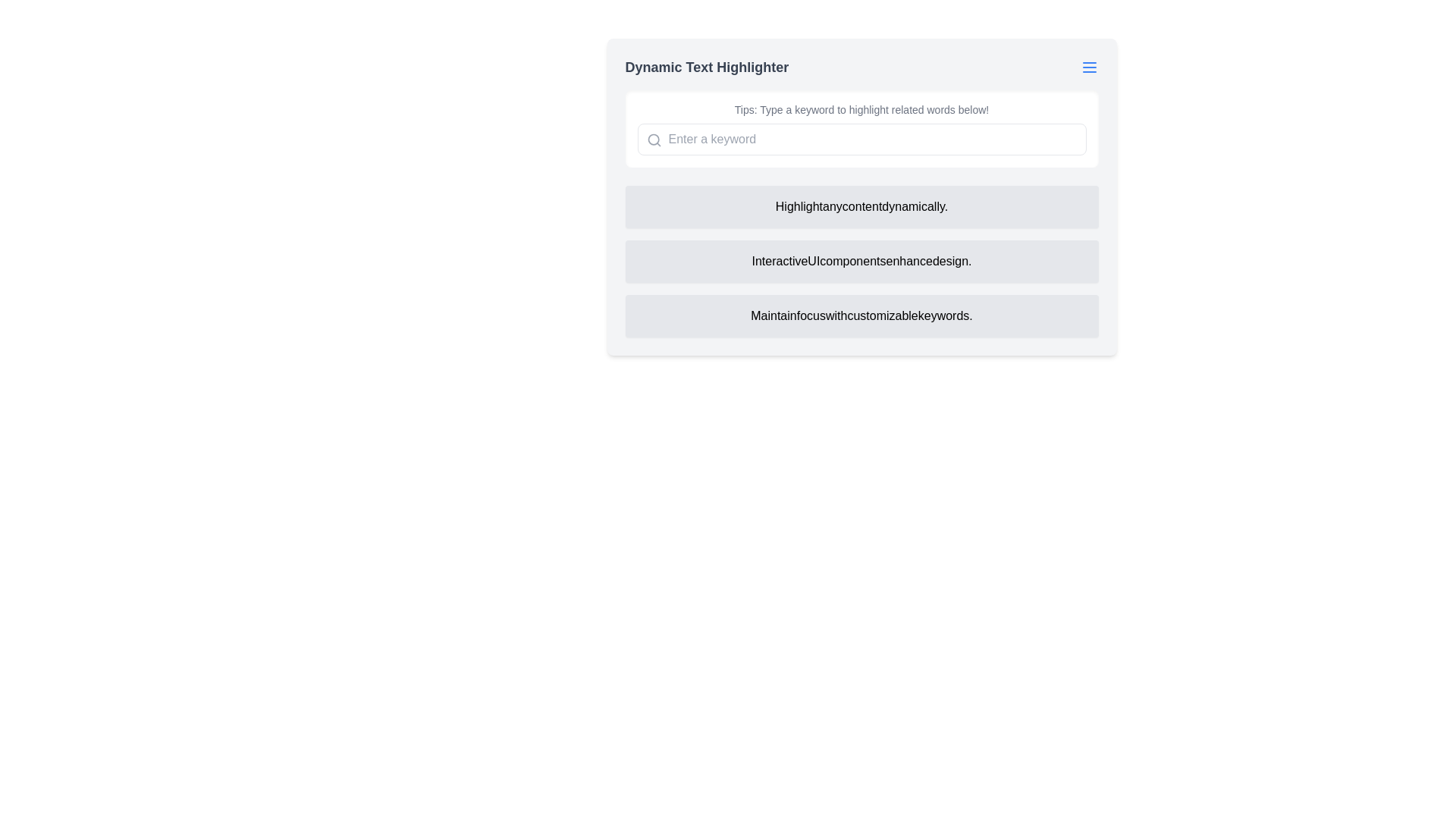 This screenshot has width=1456, height=819. What do you see at coordinates (813, 260) in the screenshot?
I see `the text 'UI' which is part of the sentence 'Interactive UI components enhance design.' This text is centrally aligned within a card and is the second item in the sequence of textual components` at bounding box center [813, 260].